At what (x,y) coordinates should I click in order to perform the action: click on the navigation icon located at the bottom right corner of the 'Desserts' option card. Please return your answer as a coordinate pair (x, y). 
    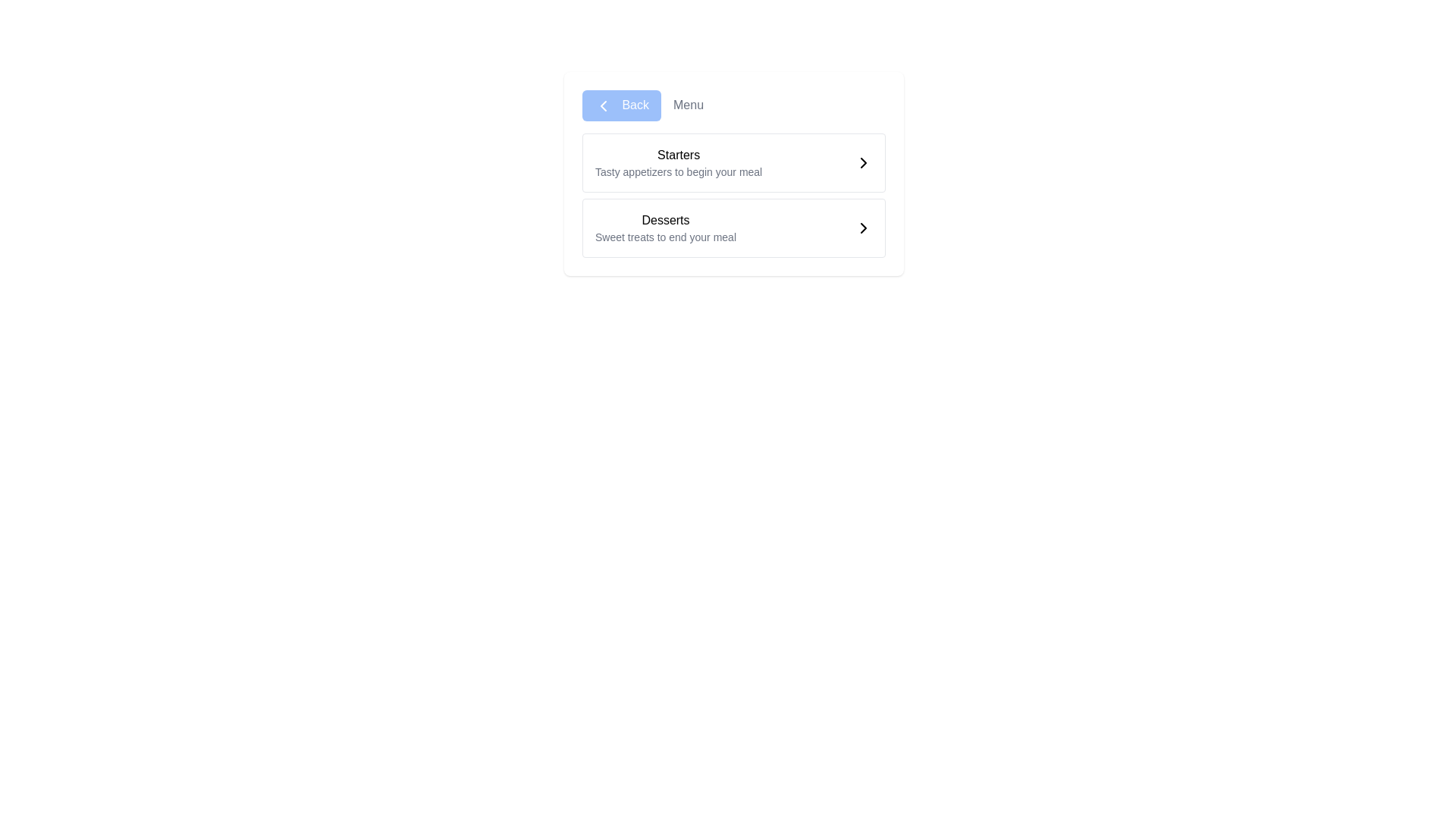
    Looking at the image, I should click on (863, 227).